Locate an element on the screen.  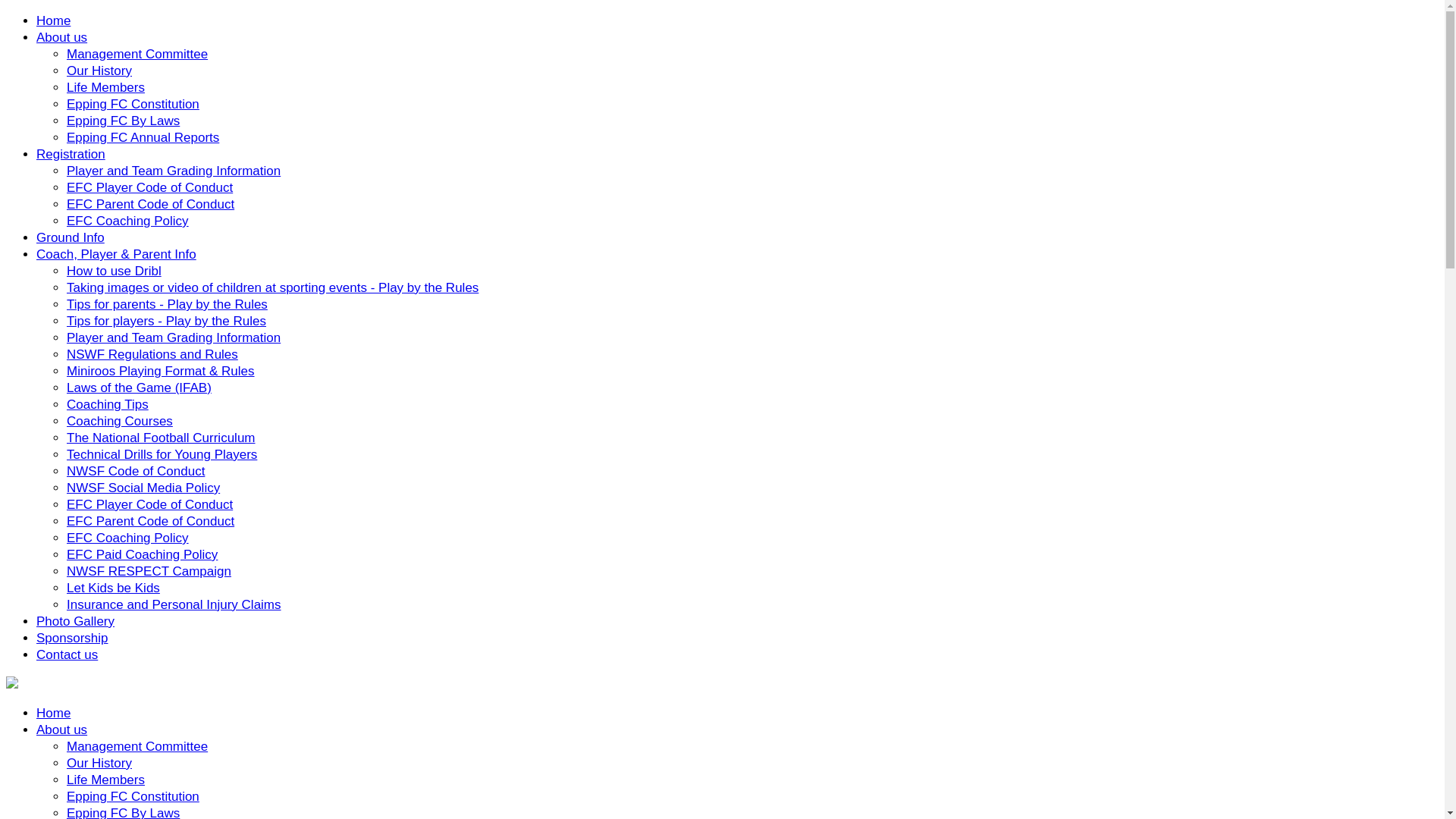
'Ground Info' is located at coordinates (69, 237).